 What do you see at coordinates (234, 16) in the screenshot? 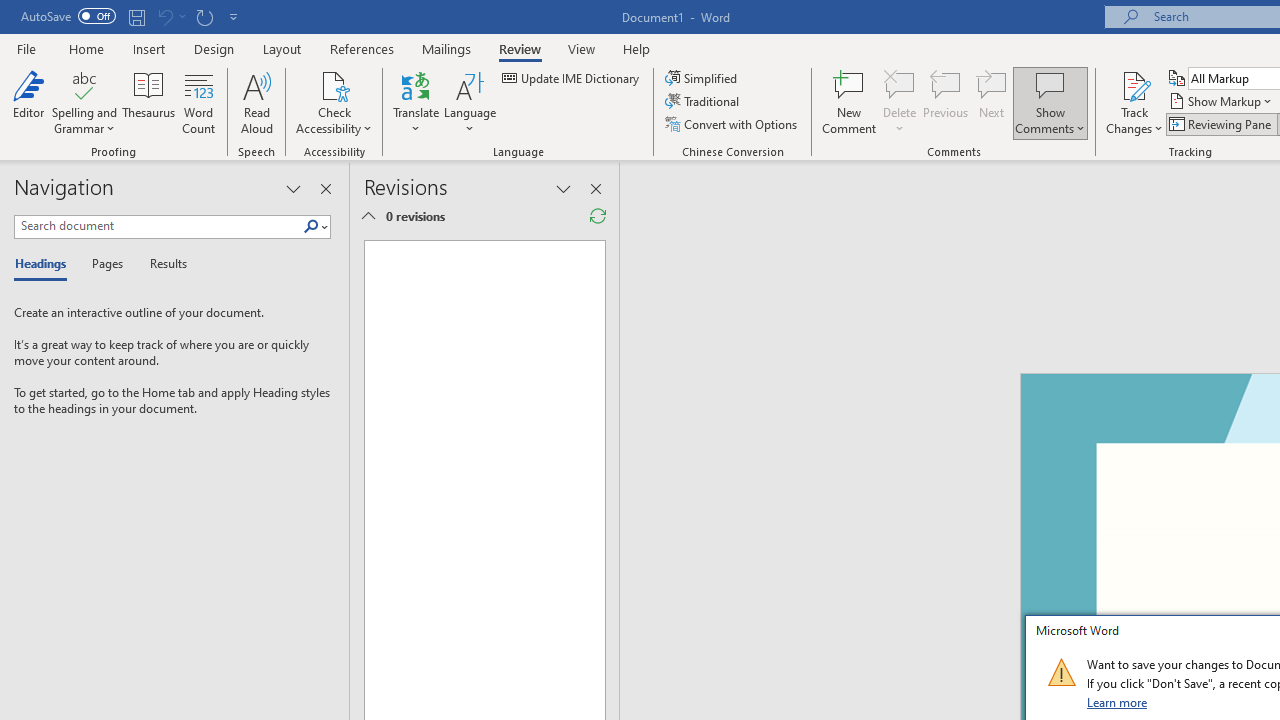
I see `'Customize Quick Access Toolbar'` at bounding box center [234, 16].